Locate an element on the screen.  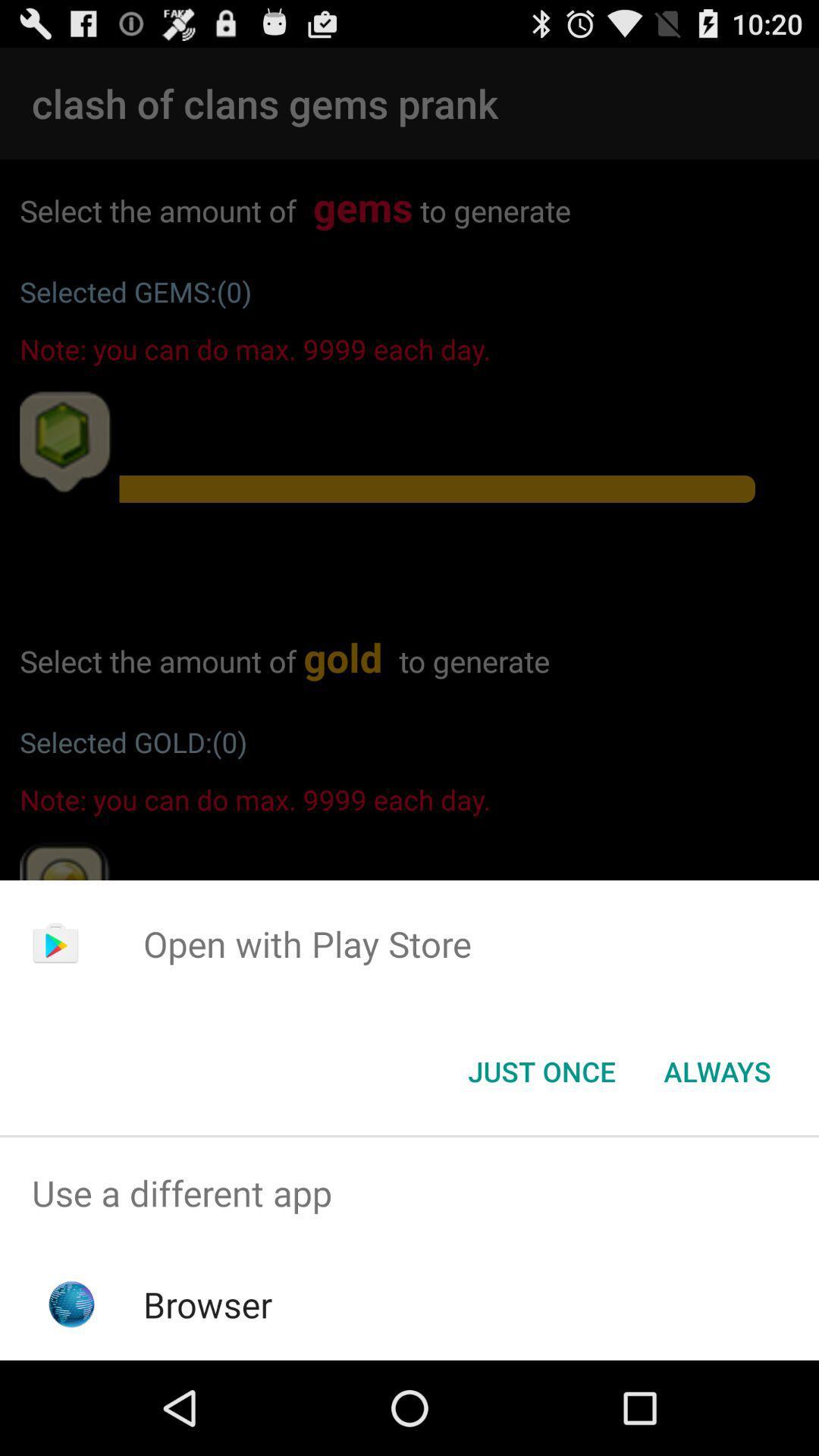
the use a different is located at coordinates (409, 1192).